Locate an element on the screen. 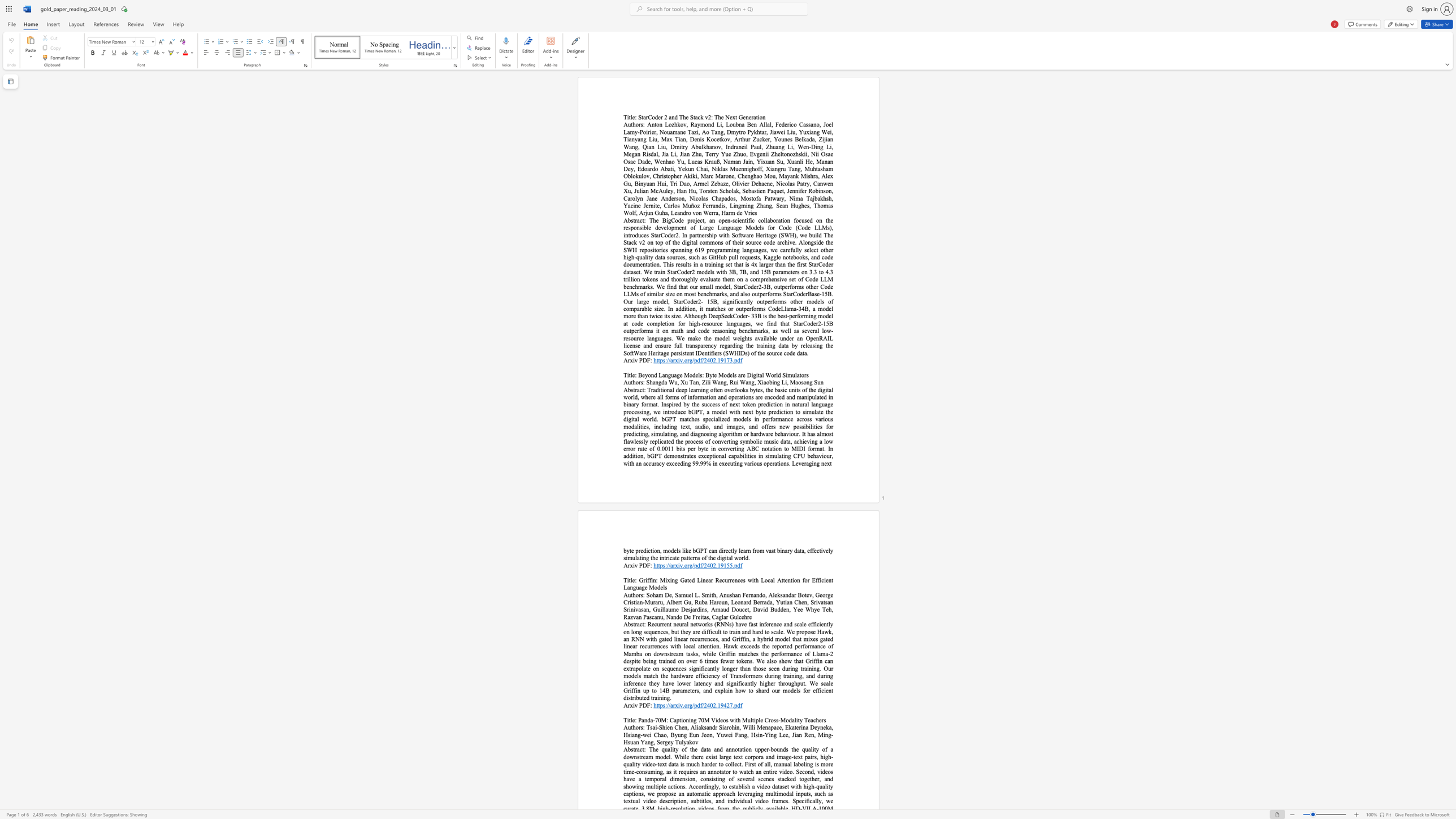 This screenshot has height=819, width=1456. the subset text "bs" within the text "Abstract:" is located at coordinates (628, 623).